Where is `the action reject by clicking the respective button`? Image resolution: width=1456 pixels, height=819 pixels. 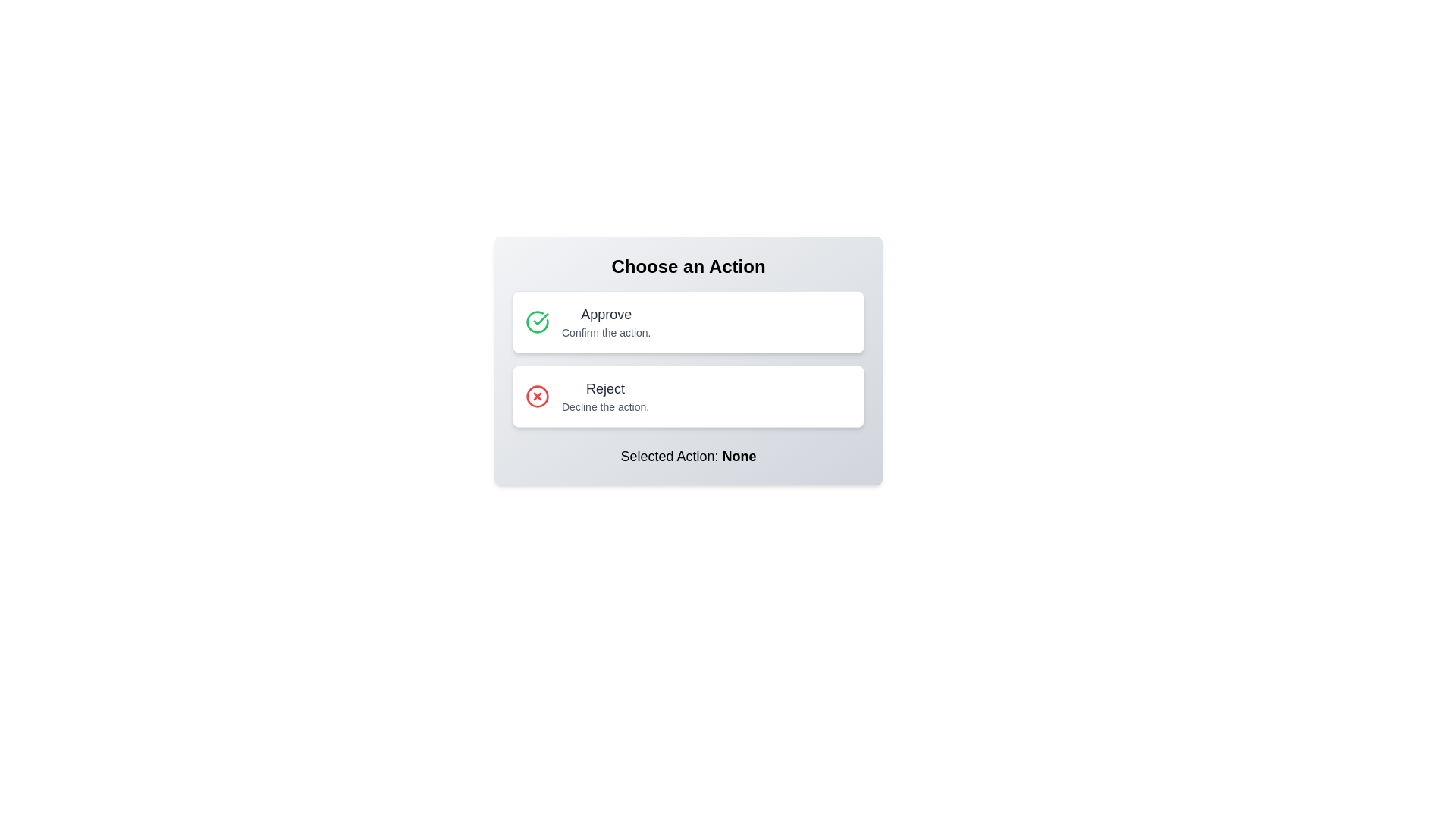
the action reject by clicking the respective button is located at coordinates (687, 396).